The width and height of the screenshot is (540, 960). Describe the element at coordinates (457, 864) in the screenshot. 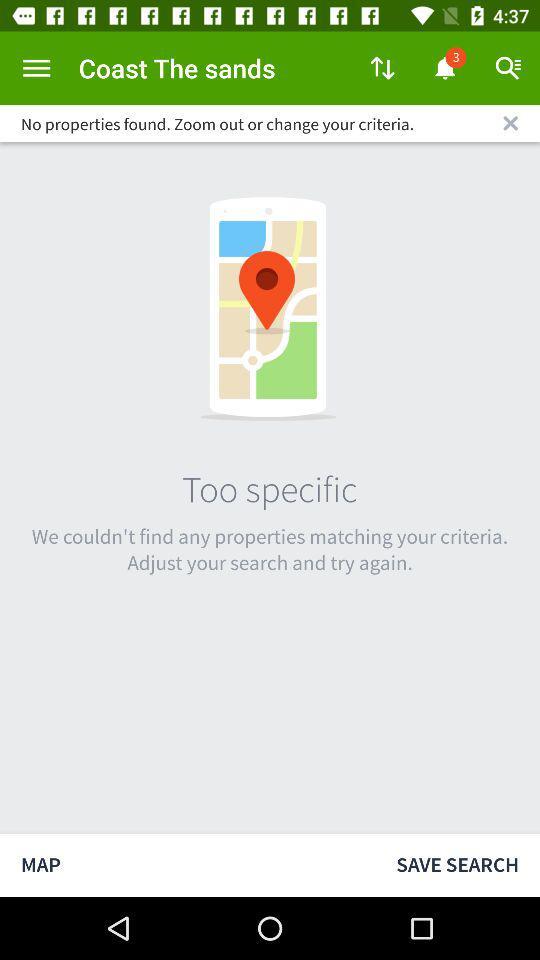

I see `the icon to the right of map` at that location.